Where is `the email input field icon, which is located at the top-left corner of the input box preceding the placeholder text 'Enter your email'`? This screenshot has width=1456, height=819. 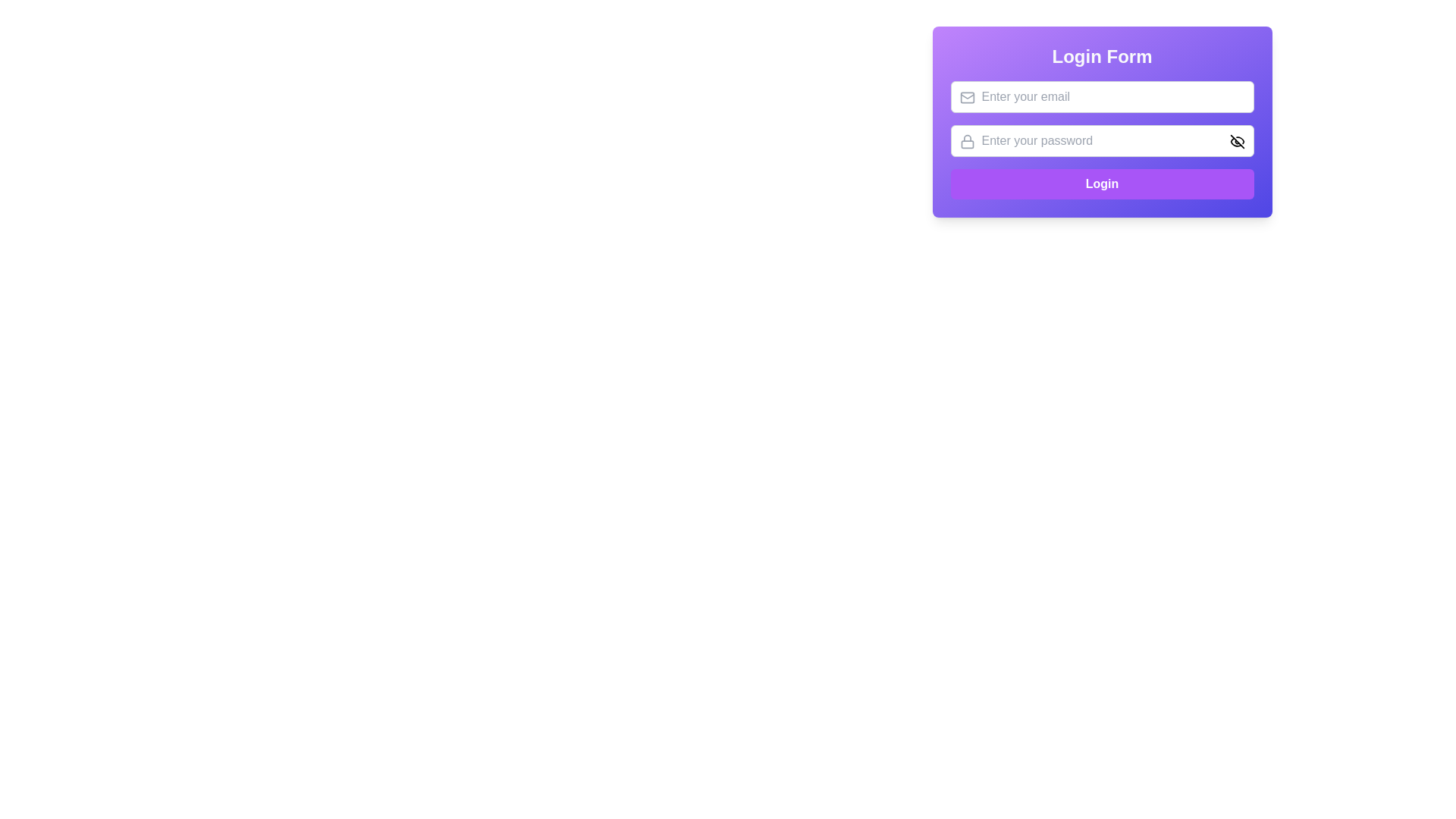
the email input field icon, which is located at the top-left corner of the input box preceding the placeholder text 'Enter your email' is located at coordinates (966, 97).